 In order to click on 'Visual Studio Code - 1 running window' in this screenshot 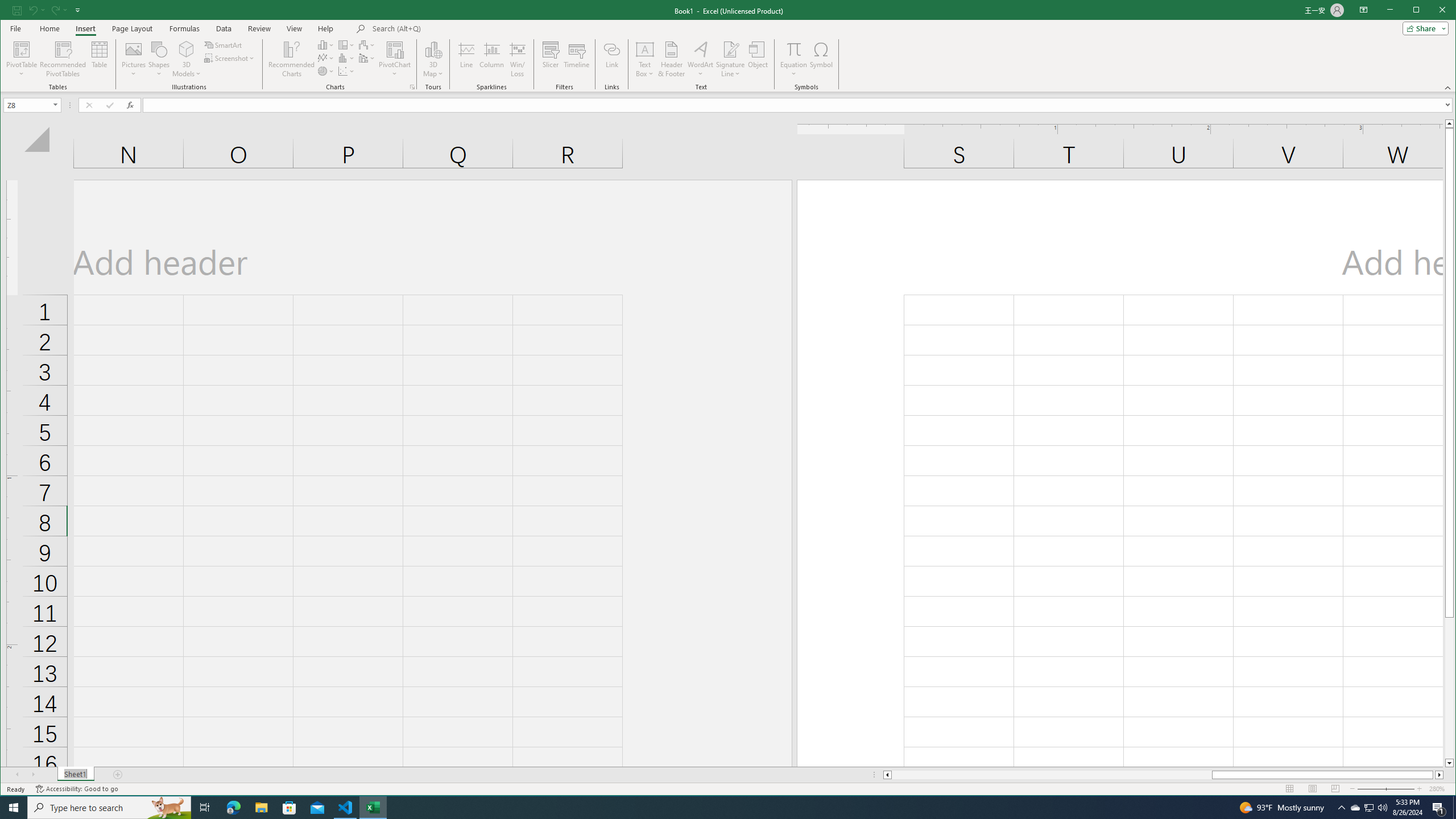, I will do `click(345, 806)`.